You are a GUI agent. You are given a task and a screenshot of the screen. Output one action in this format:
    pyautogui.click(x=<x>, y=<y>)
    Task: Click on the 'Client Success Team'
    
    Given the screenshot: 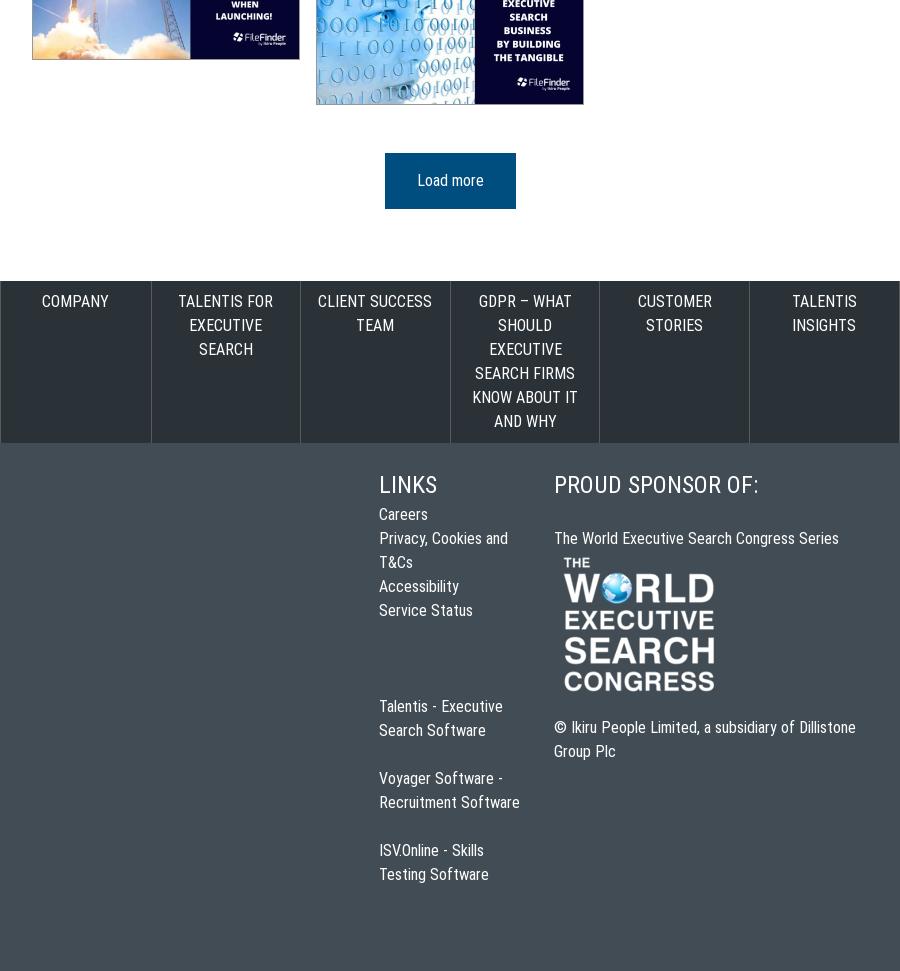 What is the action you would take?
    pyautogui.click(x=375, y=312)
    